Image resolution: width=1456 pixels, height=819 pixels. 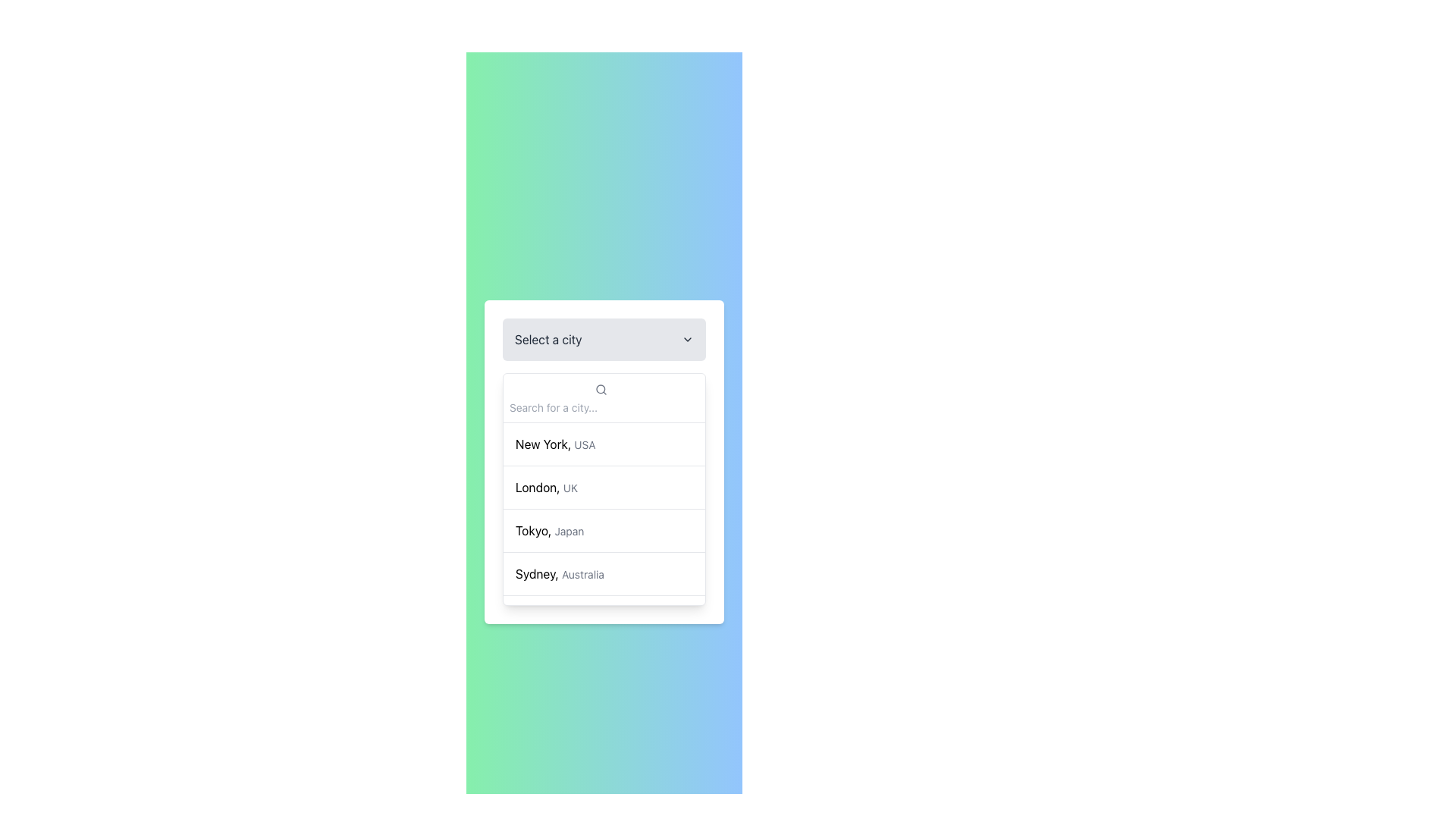 What do you see at coordinates (603, 397) in the screenshot?
I see `the Search Input Field with Icon located under the header 'Select a city' to update dropdown options` at bounding box center [603, 397].